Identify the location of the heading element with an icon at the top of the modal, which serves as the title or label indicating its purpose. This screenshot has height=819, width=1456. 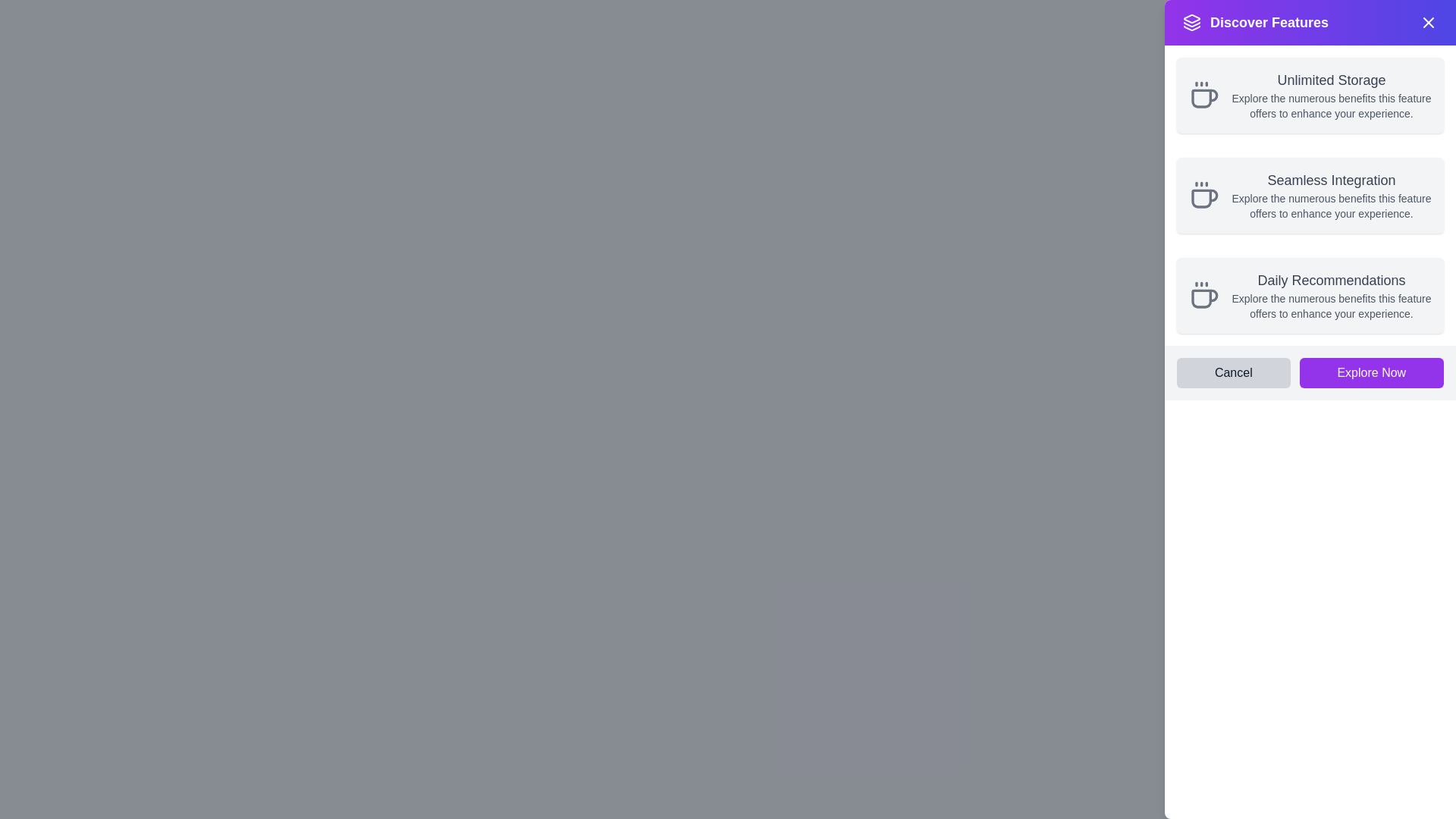
(1256, 23).